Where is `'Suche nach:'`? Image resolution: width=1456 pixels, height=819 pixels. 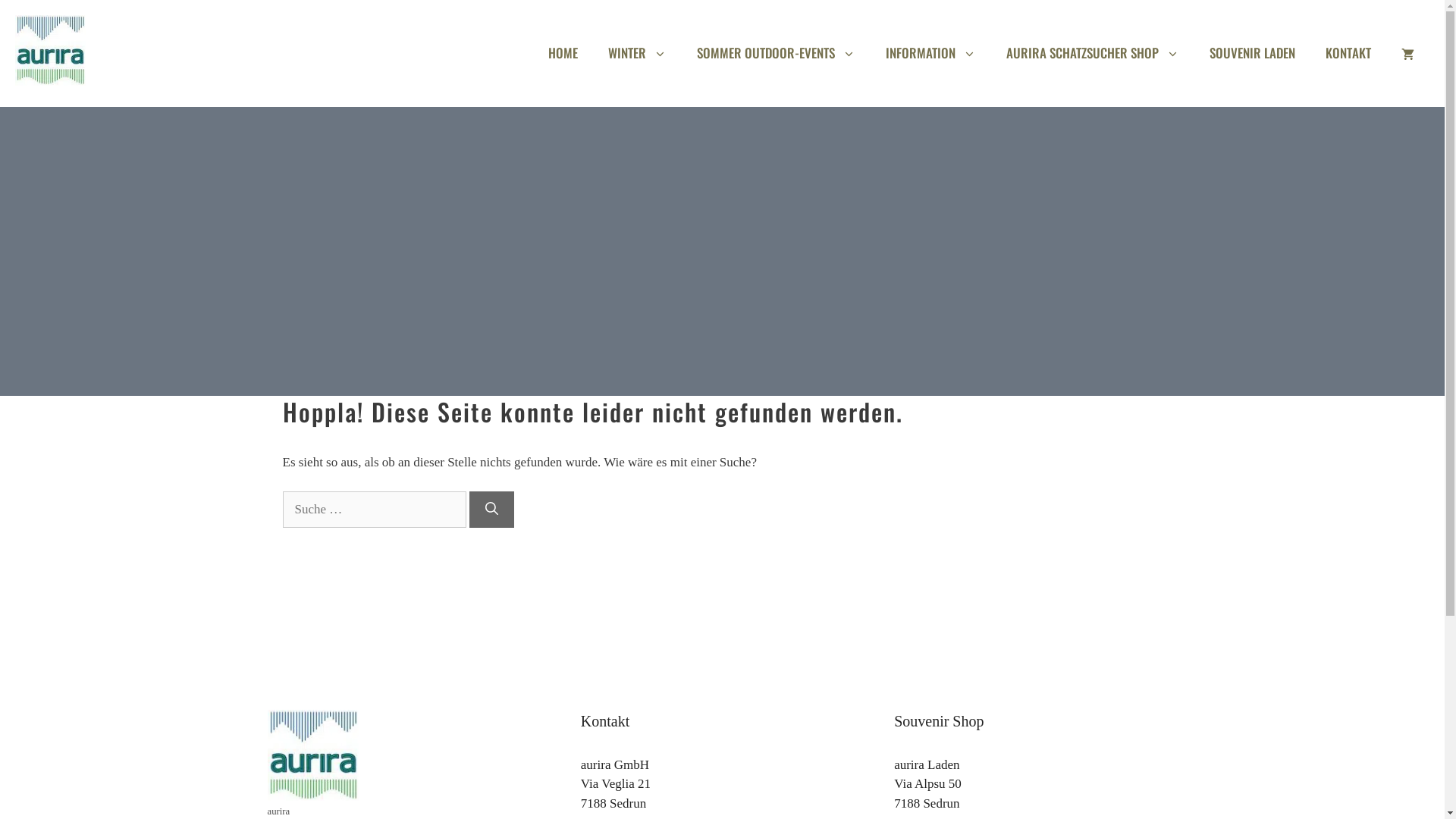 'Suche nach:' is located at coordinates (374, 509).